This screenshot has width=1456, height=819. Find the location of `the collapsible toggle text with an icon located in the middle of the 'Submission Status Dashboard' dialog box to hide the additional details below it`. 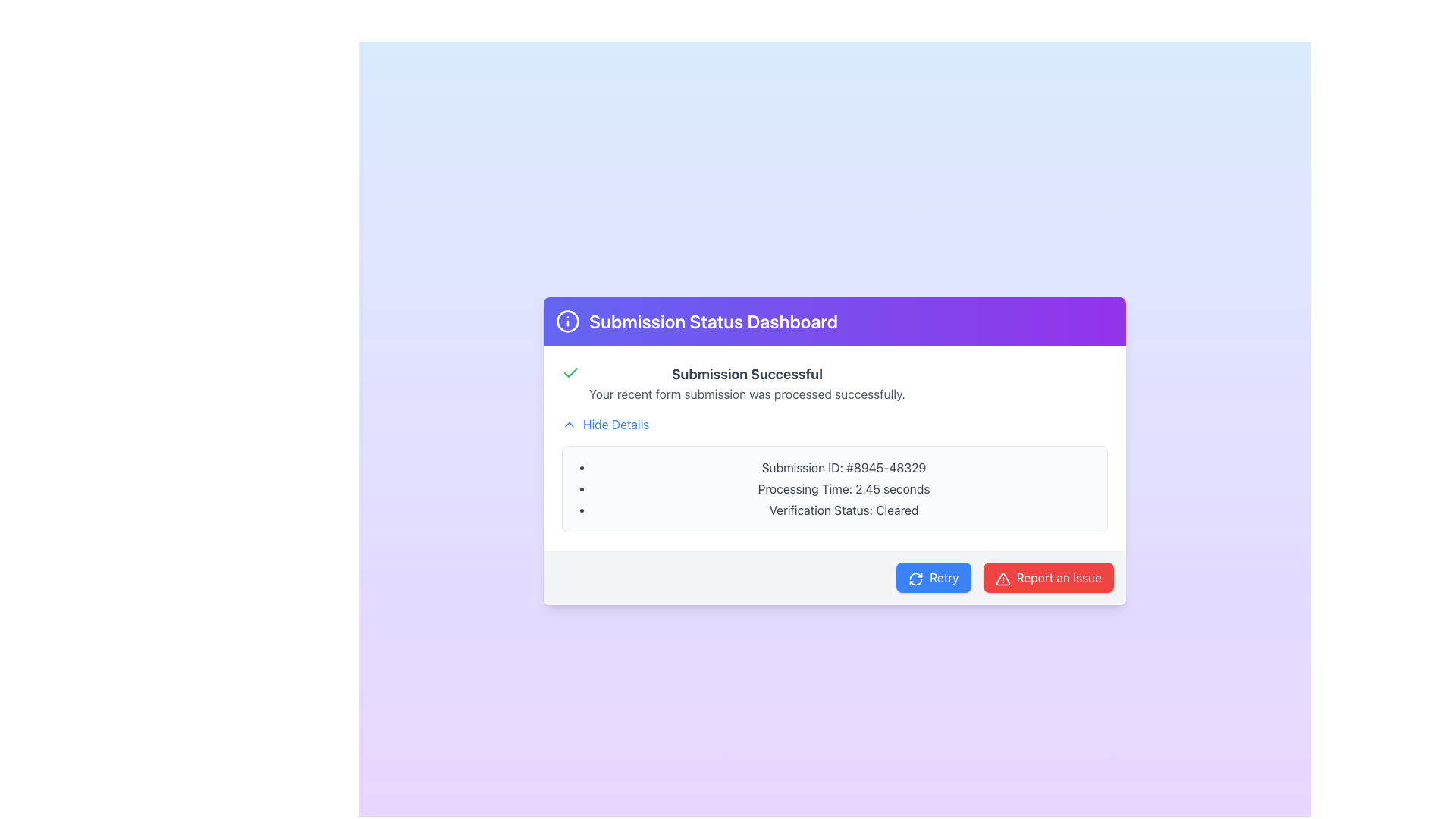

the collapsible toggle text with an icon located in the middle of the 'Submission Status Dashboard' dialog box to hide the additional details below it is located at coordinates (604, 424).